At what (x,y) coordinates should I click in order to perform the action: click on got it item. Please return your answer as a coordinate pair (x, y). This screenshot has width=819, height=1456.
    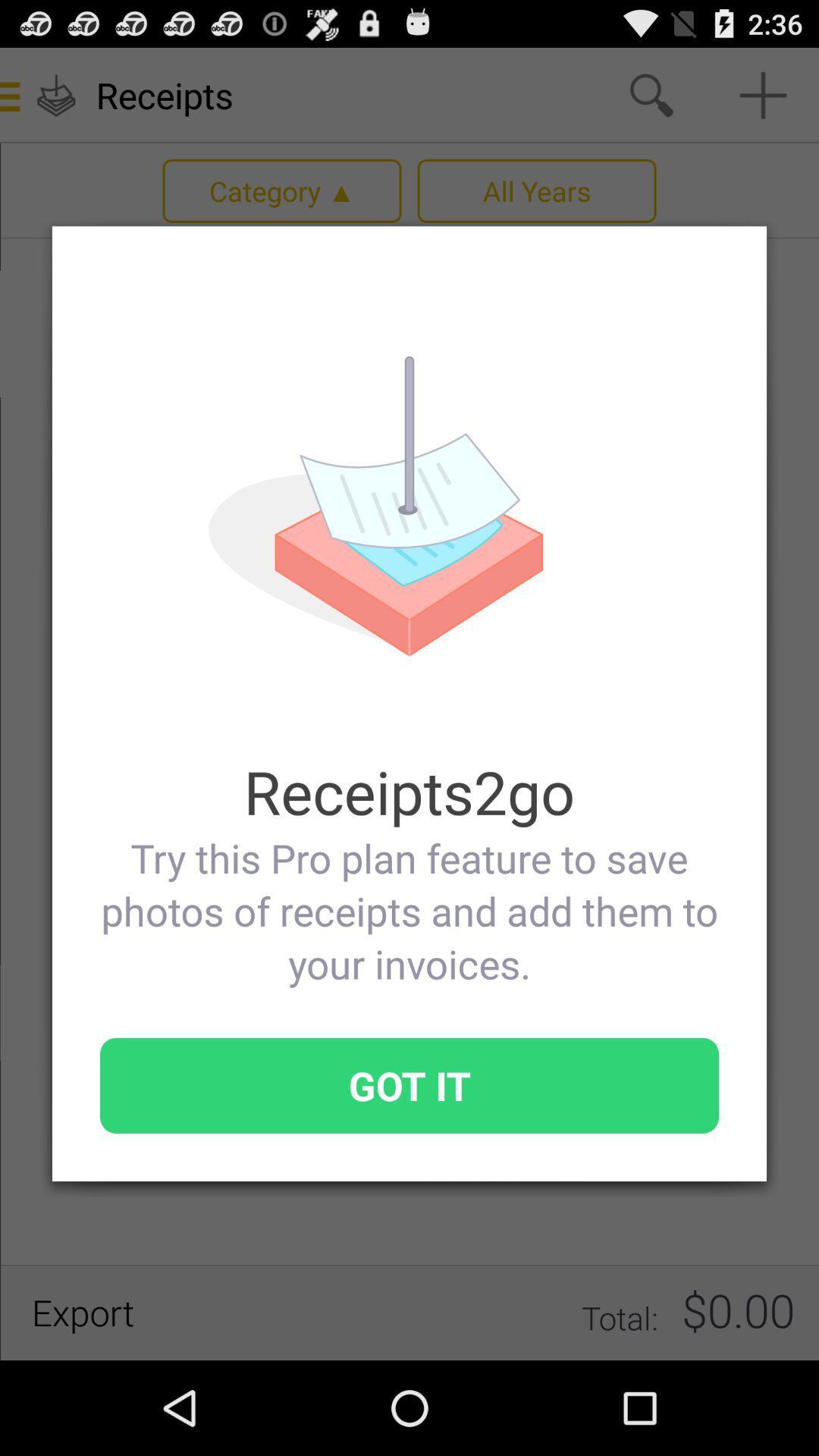
    Looking at the image, I should click on (409, 1084).